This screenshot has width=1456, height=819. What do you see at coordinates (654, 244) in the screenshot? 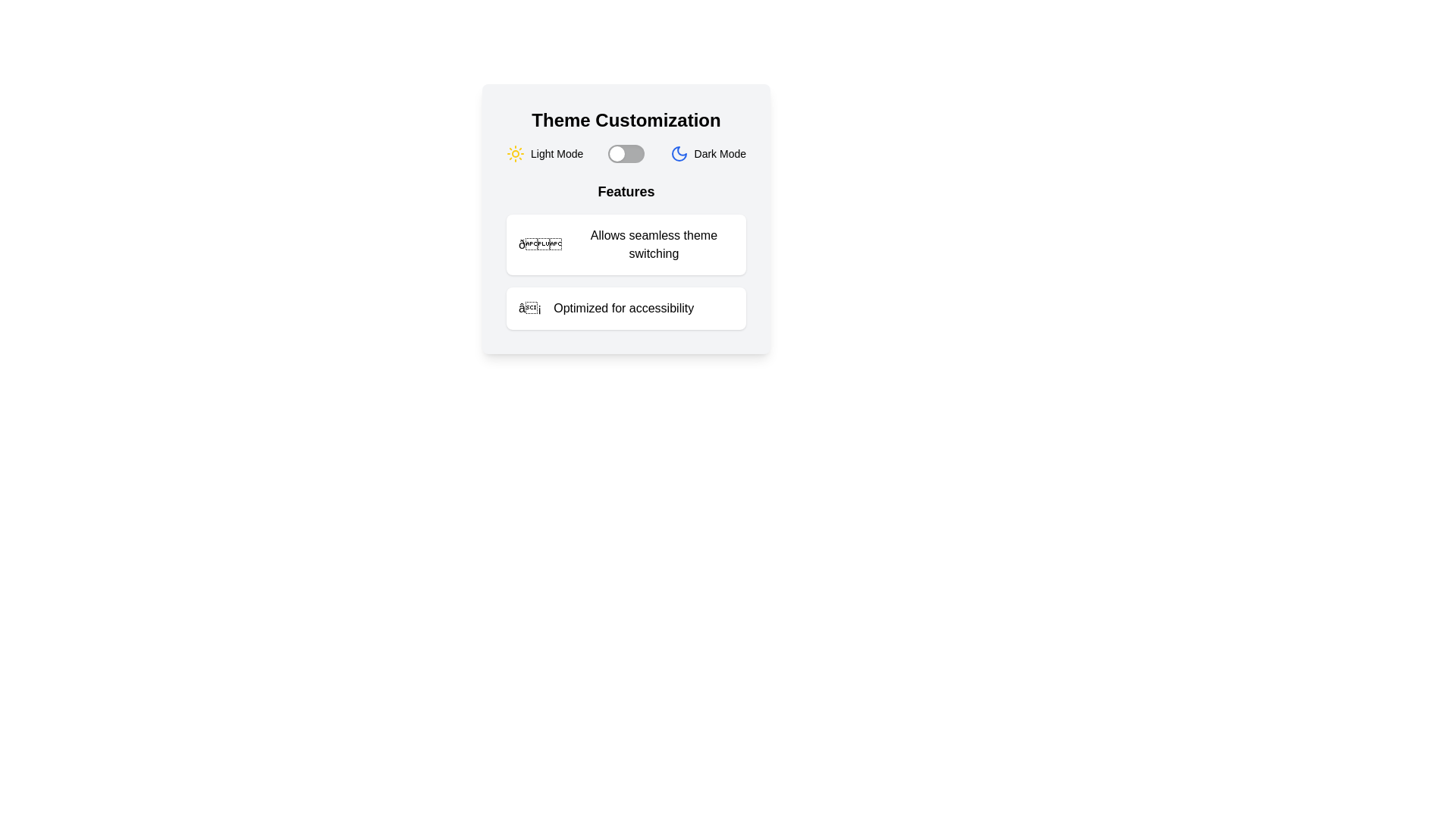
I see `descriptive text about the theme-switching feature located in the 'Features' section of the 'Theme Customization' interface, aligned to the right of a star emoji in the first card` at bounding box center [654, 244].